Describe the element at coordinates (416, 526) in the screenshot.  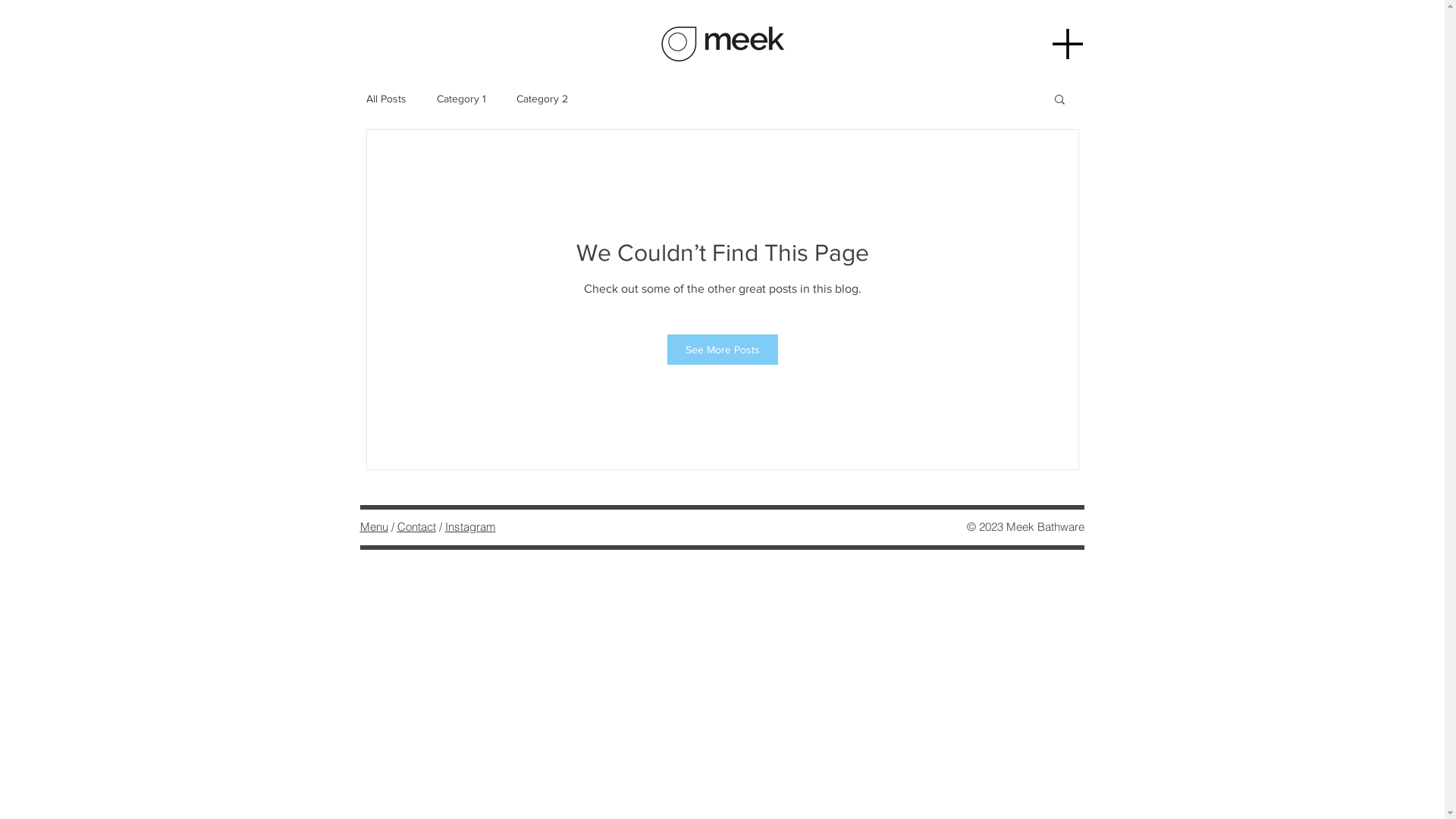
I see `'Contact'` at that location.